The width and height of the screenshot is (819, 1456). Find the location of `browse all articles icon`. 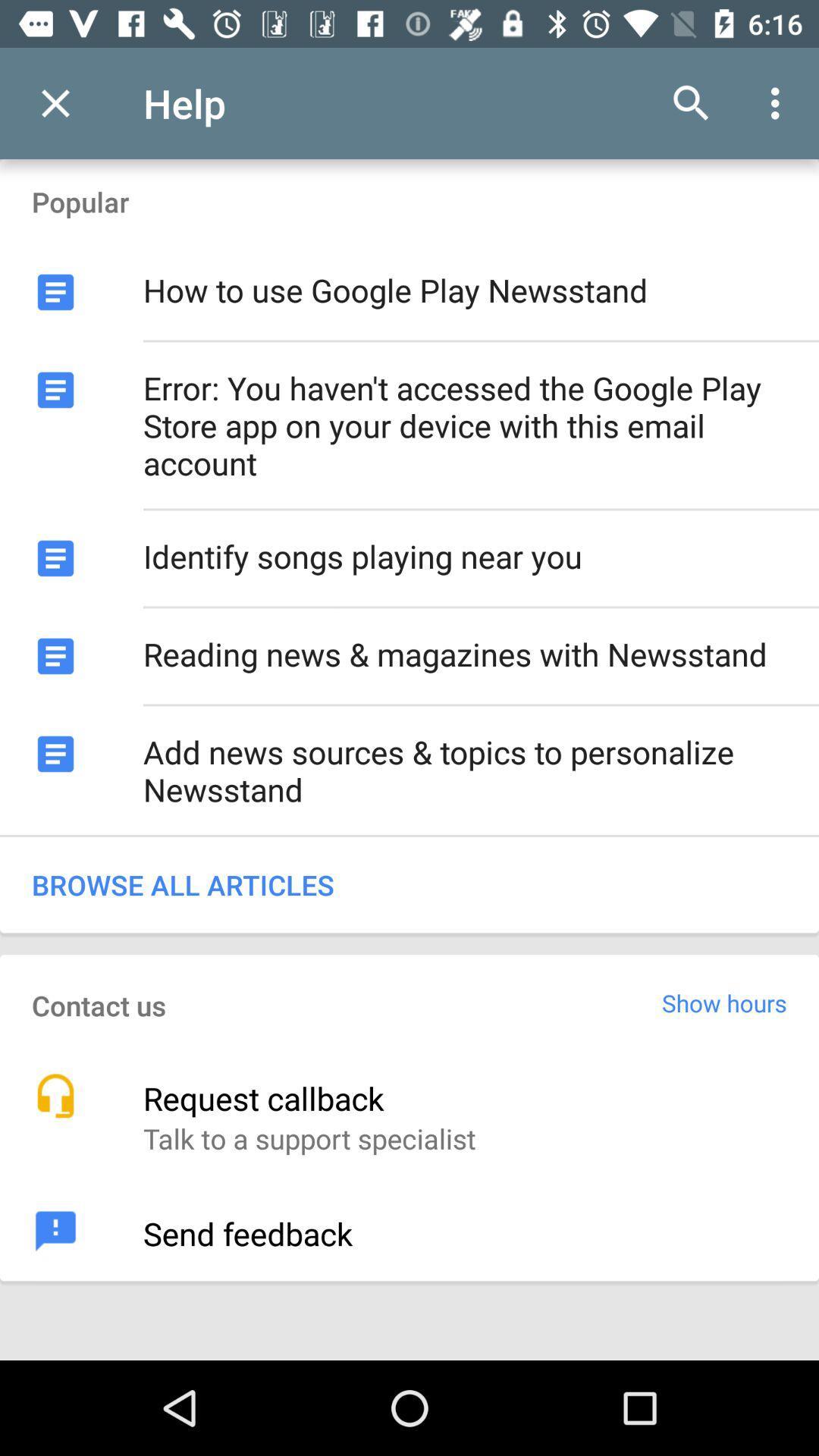

browse all articles icon is located at coordinates (409, 884).